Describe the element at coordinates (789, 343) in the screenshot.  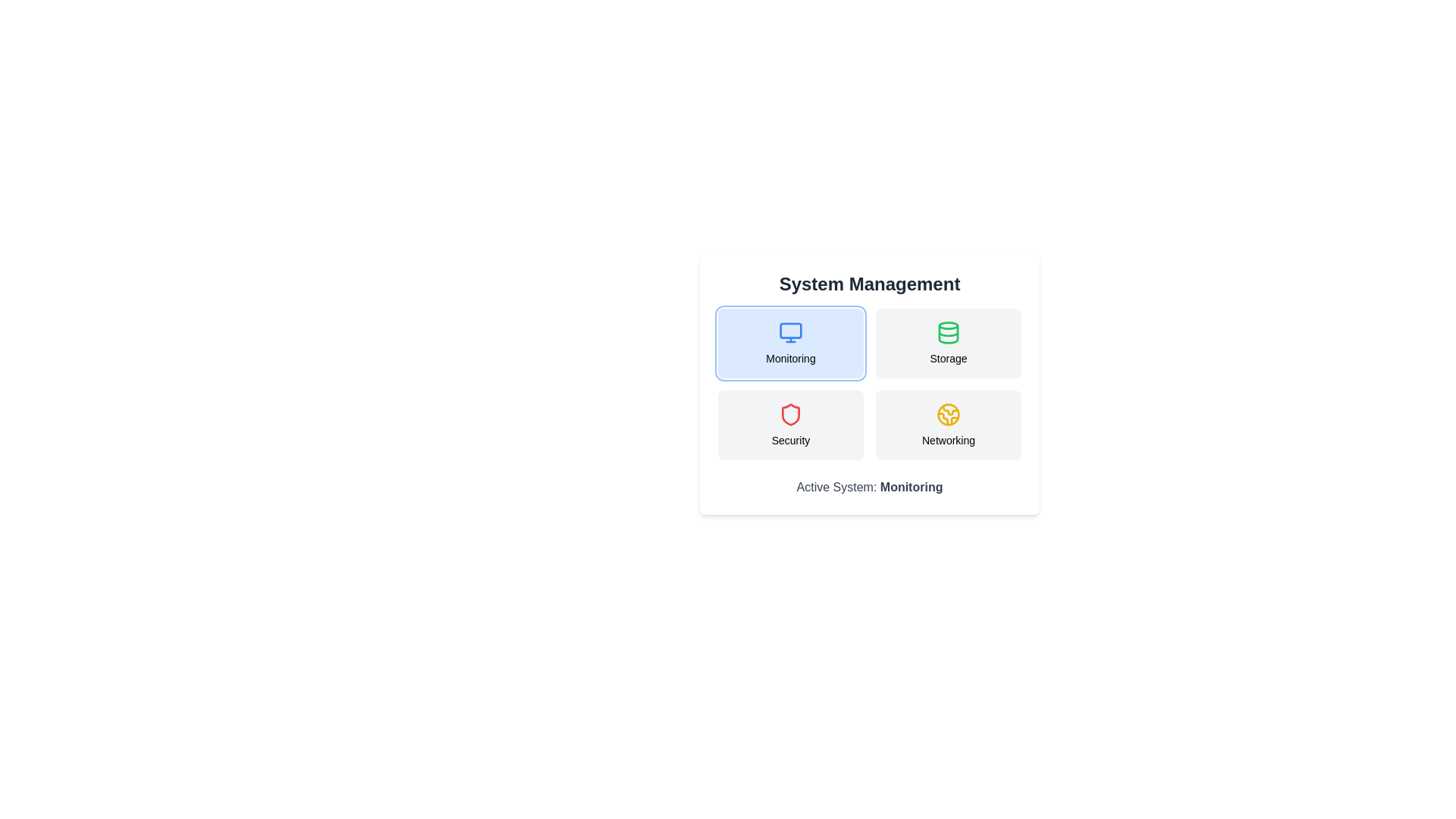
I see `the button corresponding to the system category Monitoring` at that location.